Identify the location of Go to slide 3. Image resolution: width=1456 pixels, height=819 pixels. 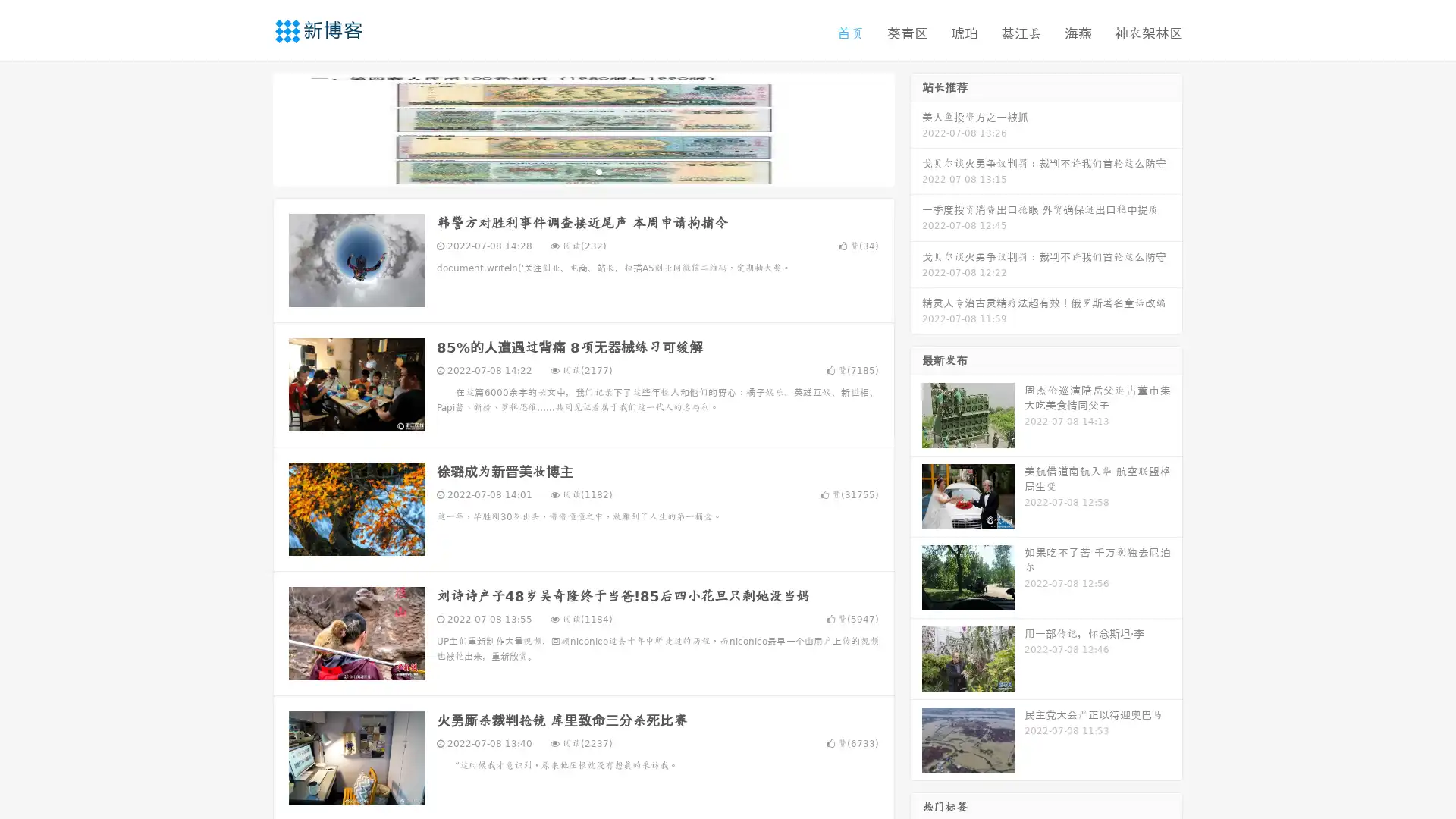
(598, 171).